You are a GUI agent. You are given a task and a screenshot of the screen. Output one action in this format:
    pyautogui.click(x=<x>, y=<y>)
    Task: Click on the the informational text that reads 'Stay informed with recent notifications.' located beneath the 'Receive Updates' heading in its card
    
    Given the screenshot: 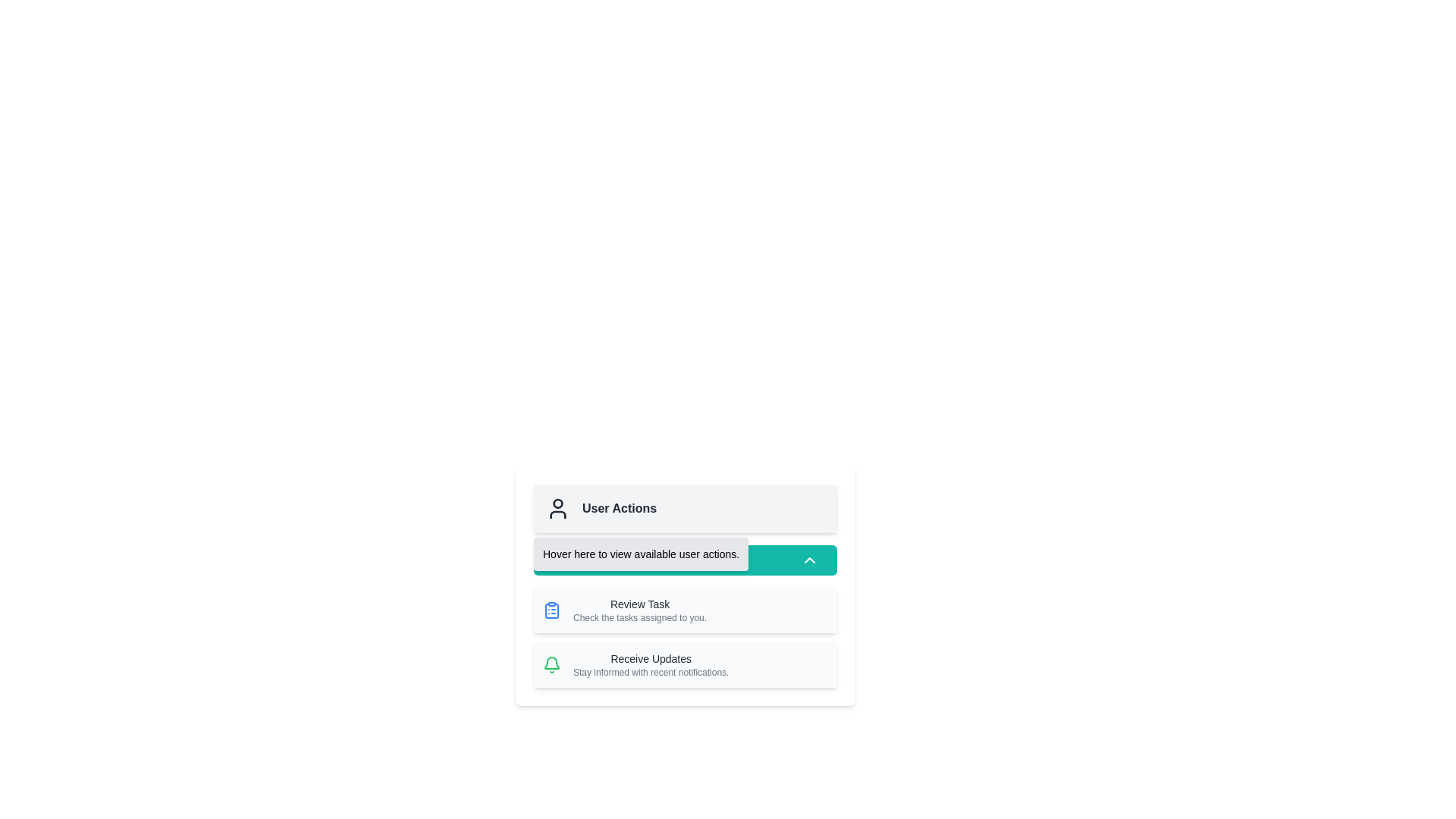 What is the action you would take?
    pyautogui.click(x=651, y=672)
    